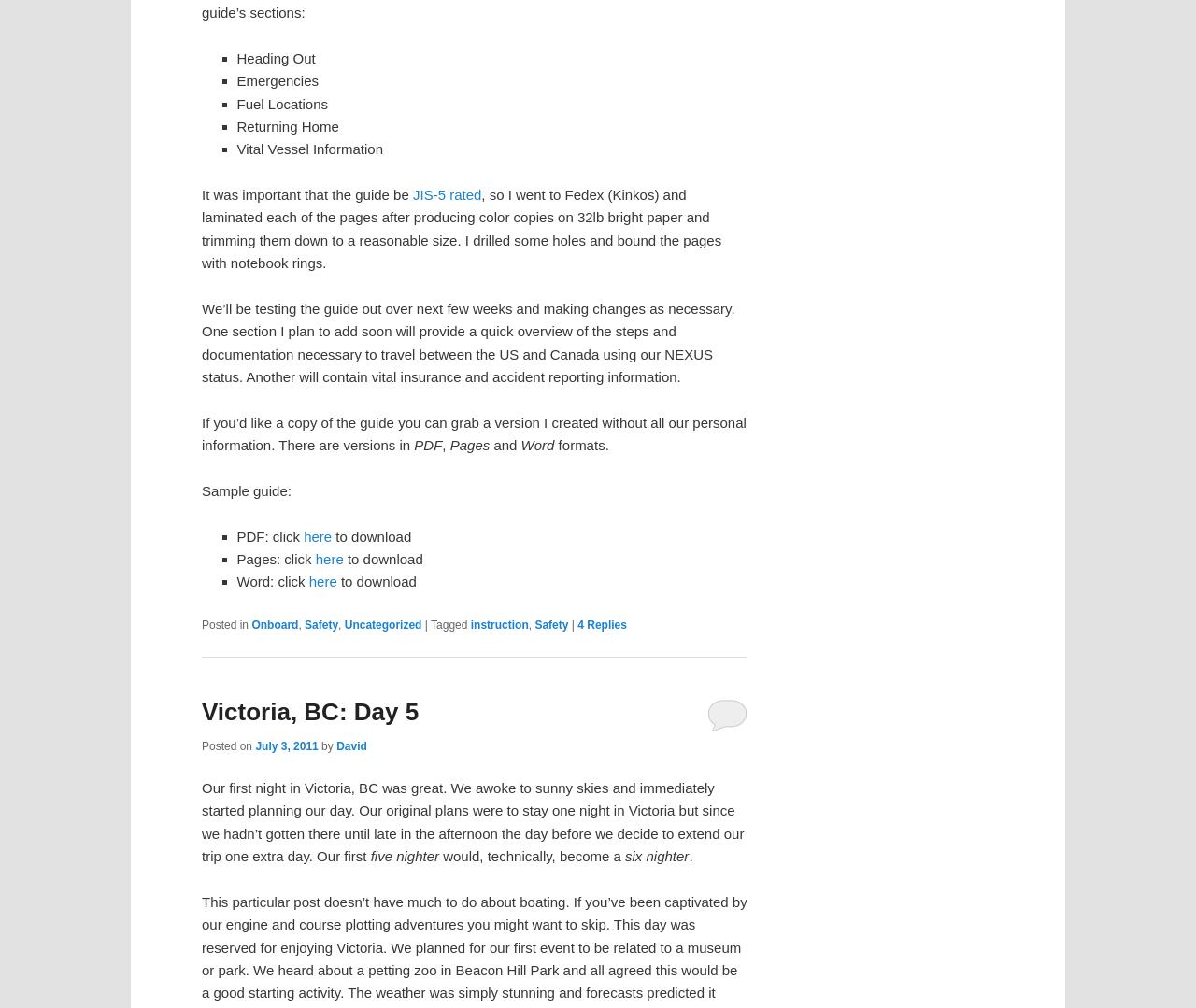  What do you see at coordinates (275, 56) in the screenshot?
I see `'Heading Out'` at bounding box center [275, 56].